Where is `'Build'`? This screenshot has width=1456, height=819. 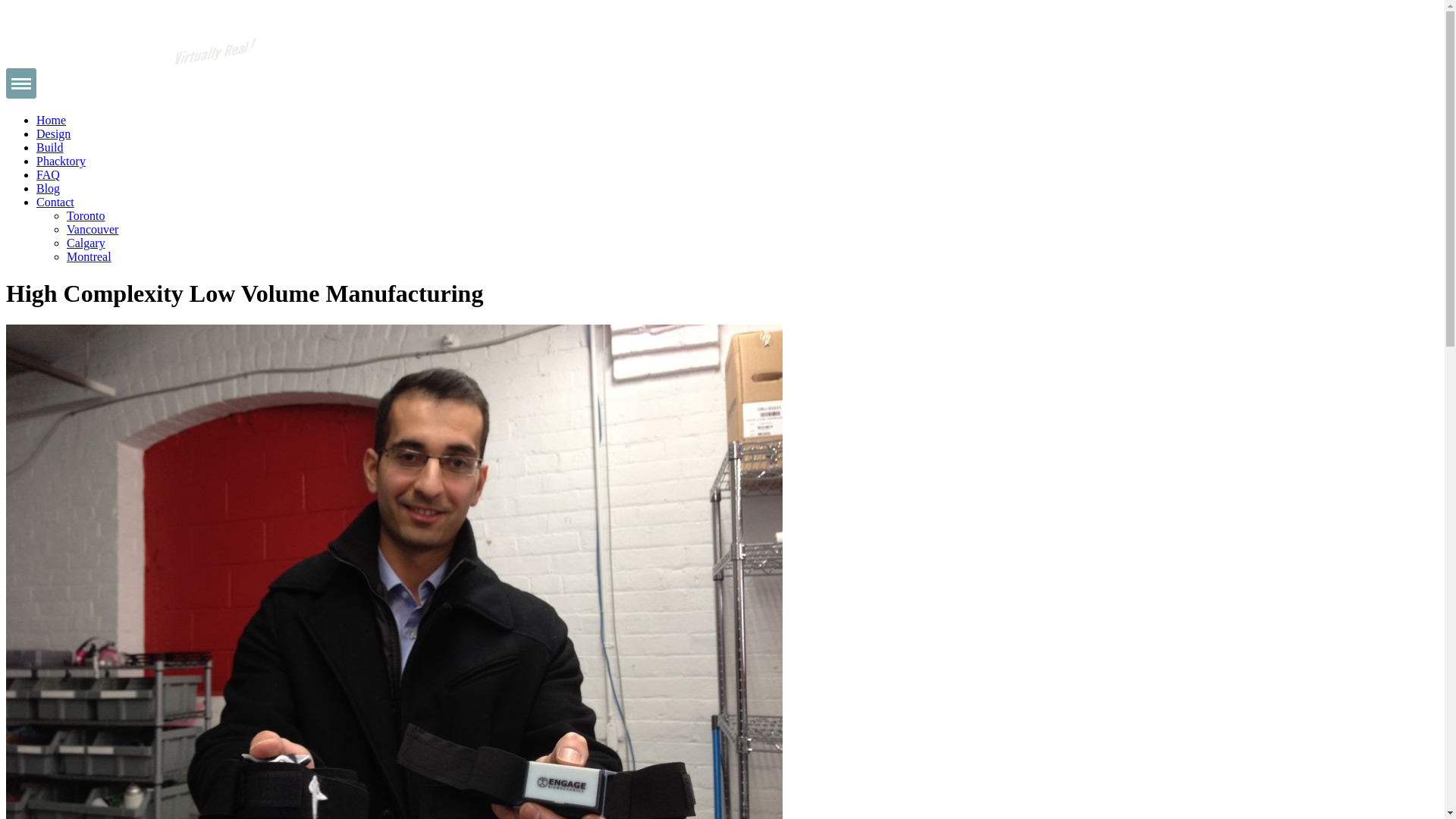
'Build' is located at coordinates (36, 147).